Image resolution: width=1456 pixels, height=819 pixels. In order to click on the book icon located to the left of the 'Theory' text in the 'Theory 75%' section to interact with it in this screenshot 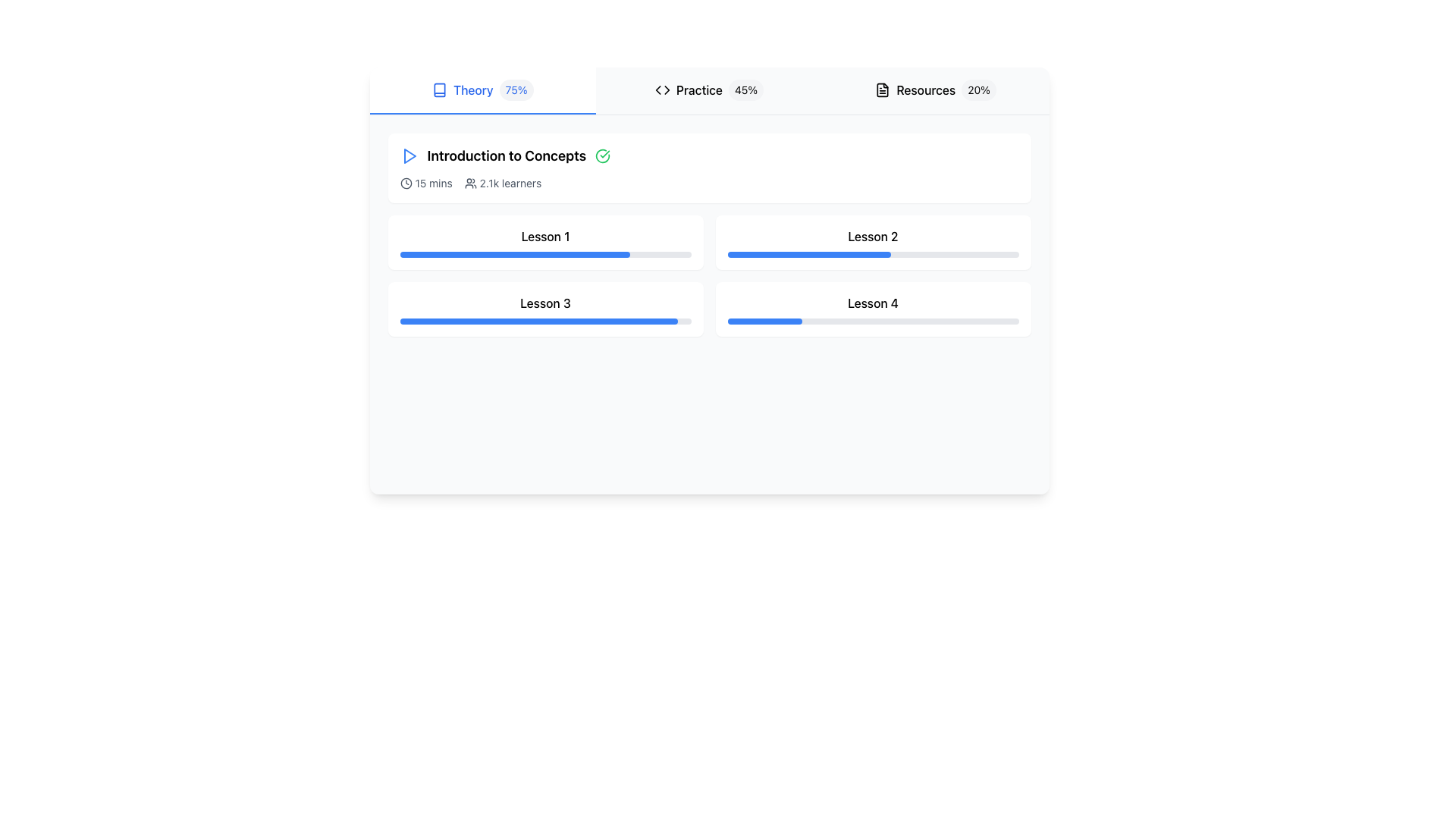, I will do `click(439, 90)`.